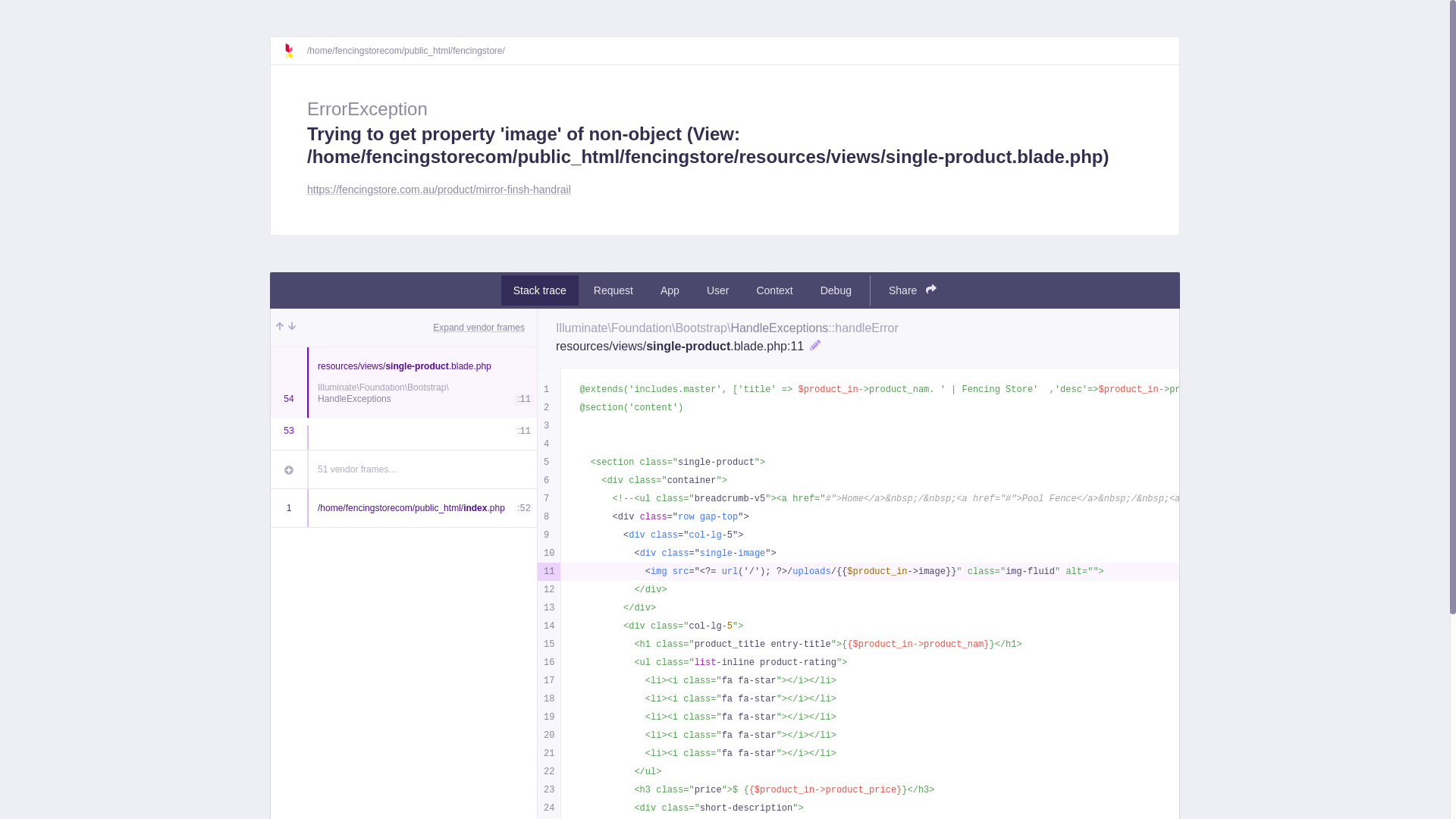  What do you see at coordinates (438, 189) in the screenshot?
I see `'https://fencingstore.com.au/product/mirror-finsh-handrail'` at bounding box center [438, 189].